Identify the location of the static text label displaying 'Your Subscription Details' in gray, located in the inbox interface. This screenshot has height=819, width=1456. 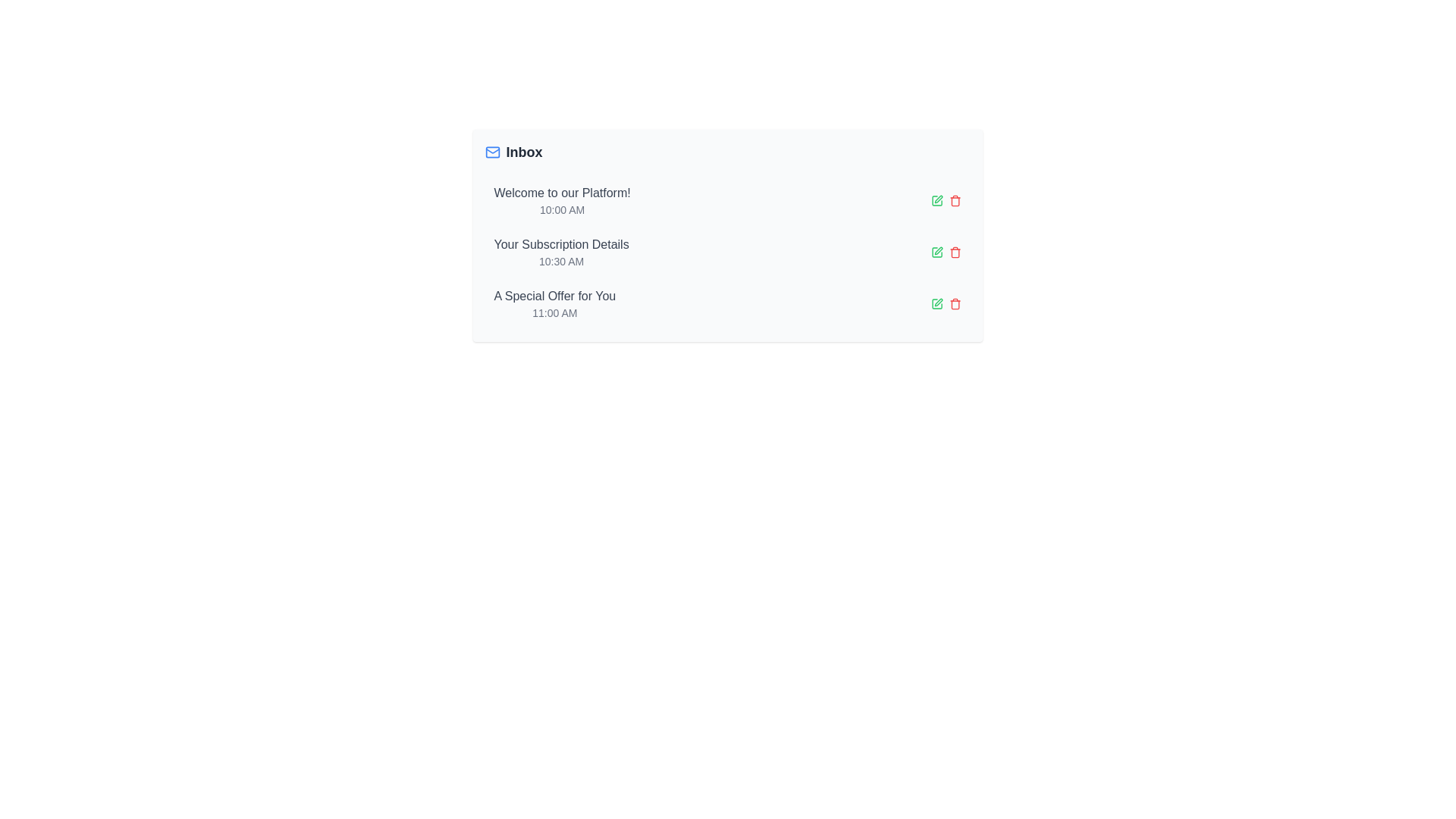
(560, 244).